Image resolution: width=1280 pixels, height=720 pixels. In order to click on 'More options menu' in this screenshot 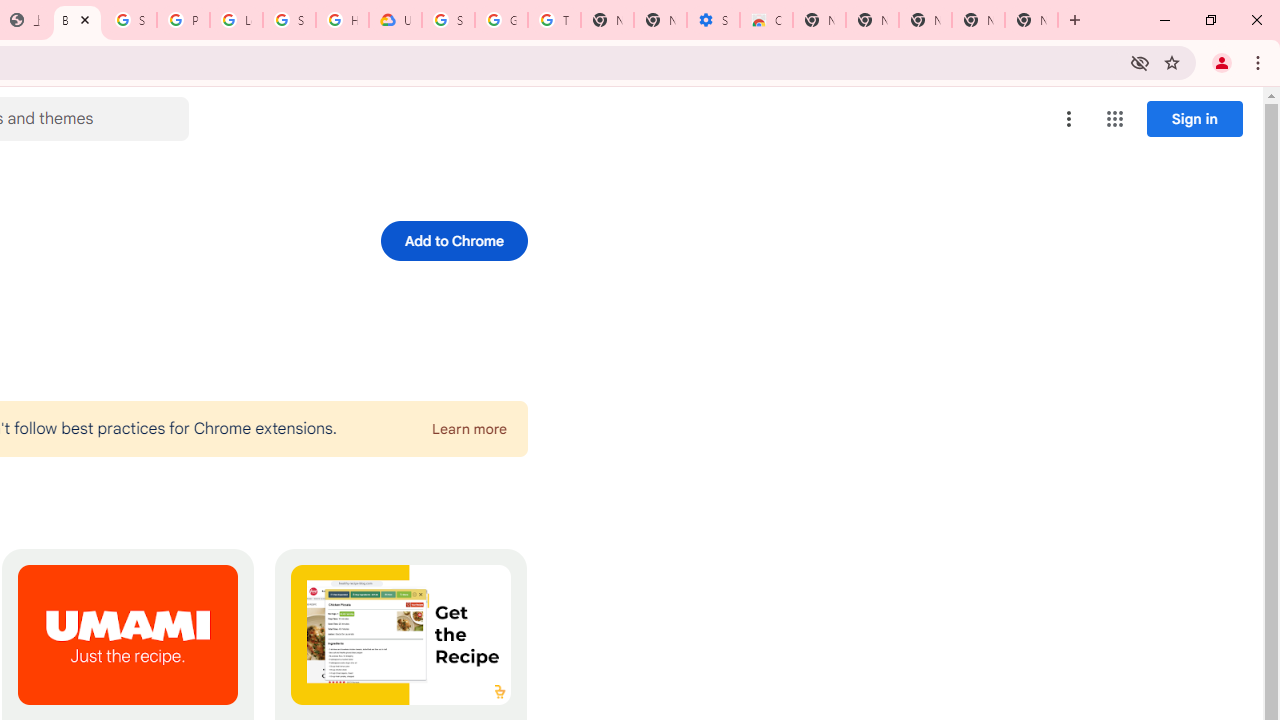, I will do `click(1068, 119)`.